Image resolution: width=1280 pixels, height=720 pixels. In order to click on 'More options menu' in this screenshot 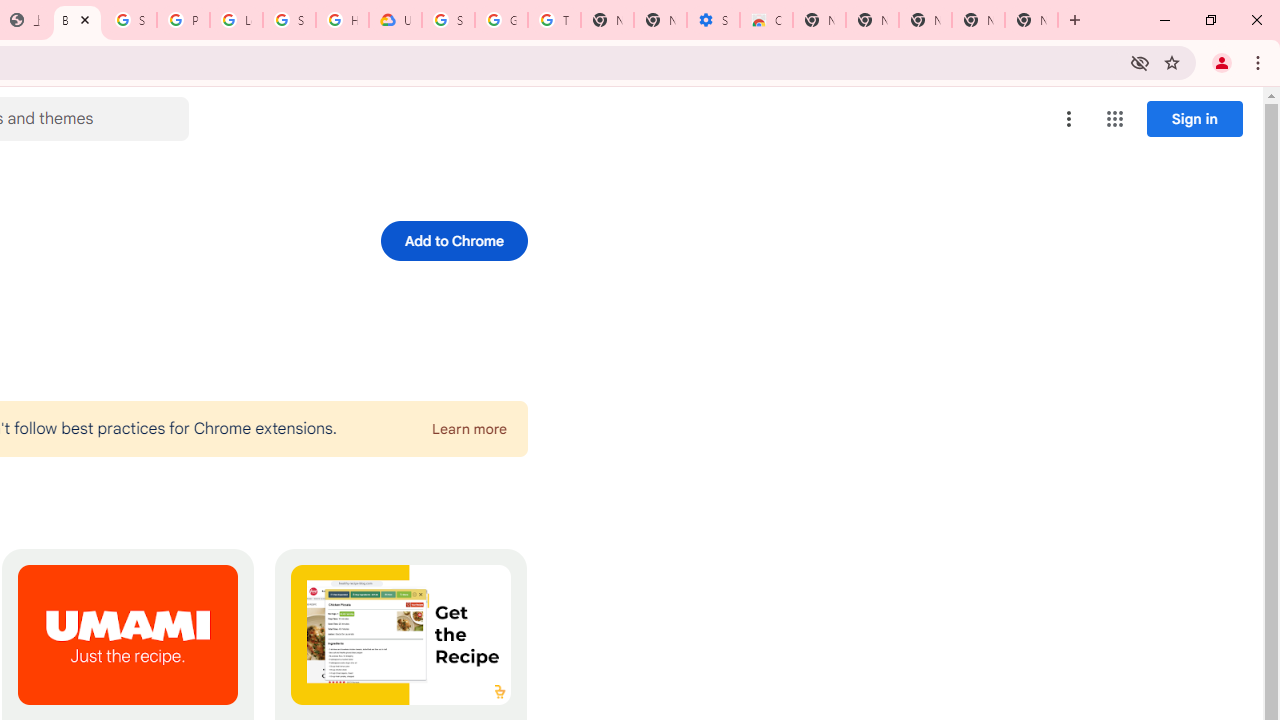, I will do `click(1068, 119)`.